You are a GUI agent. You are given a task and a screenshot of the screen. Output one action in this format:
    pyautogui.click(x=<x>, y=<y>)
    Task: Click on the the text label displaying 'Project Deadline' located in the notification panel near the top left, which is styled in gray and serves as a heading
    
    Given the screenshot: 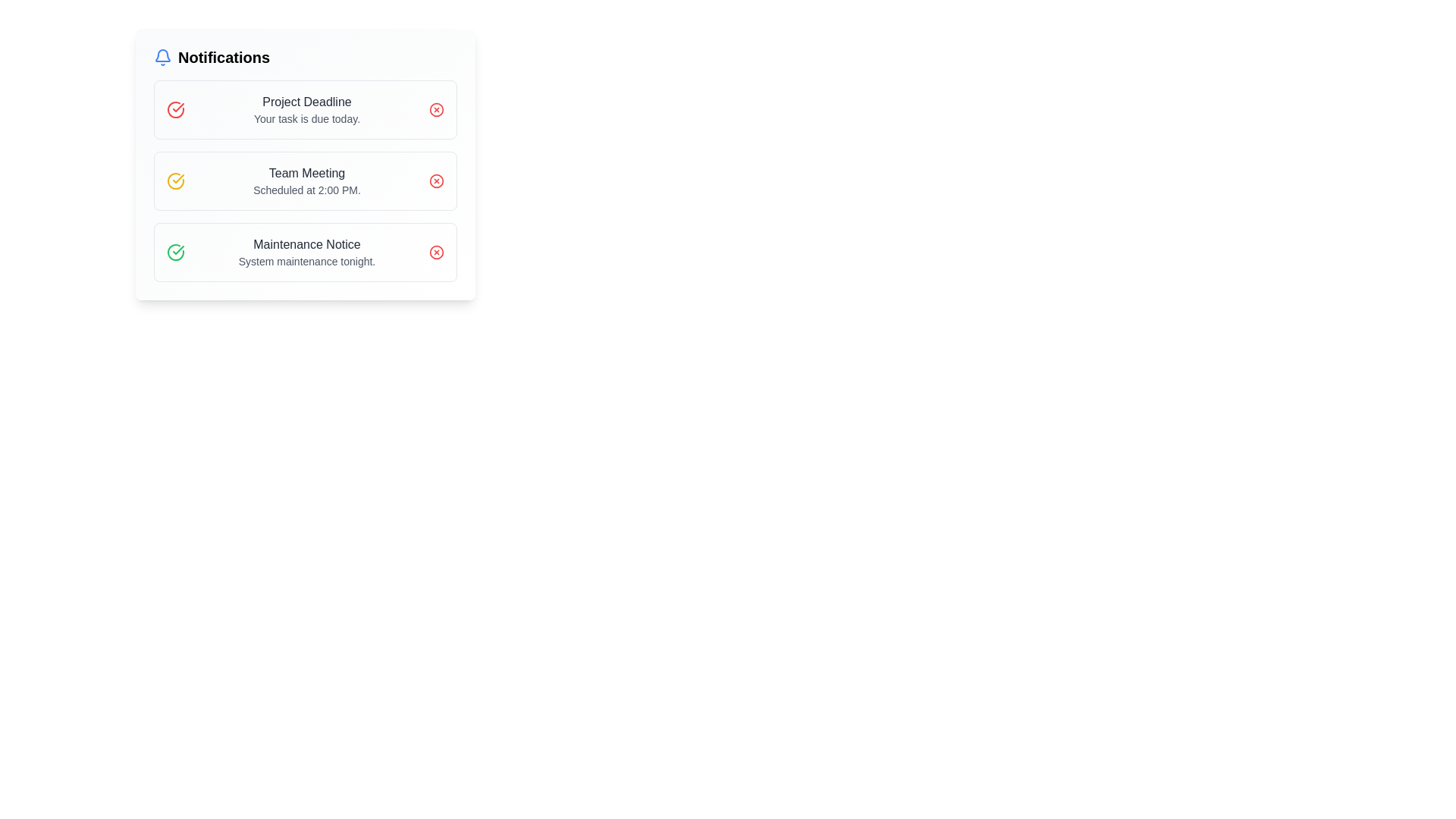 What is the action you would take?
    pyautogui.click(x=306, y=102)
    